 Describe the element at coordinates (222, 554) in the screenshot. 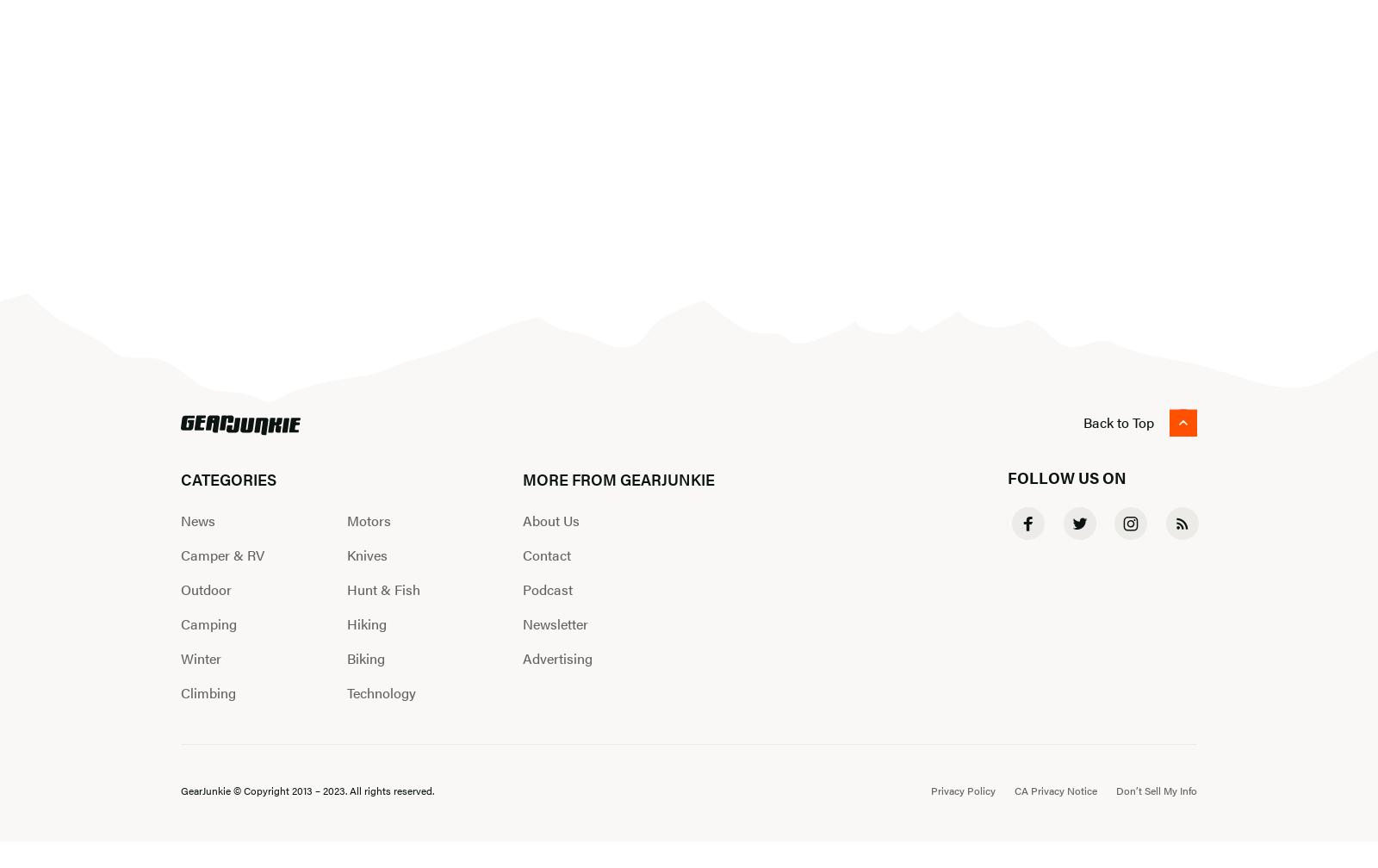

I see `'Camper & RV'` at that location.